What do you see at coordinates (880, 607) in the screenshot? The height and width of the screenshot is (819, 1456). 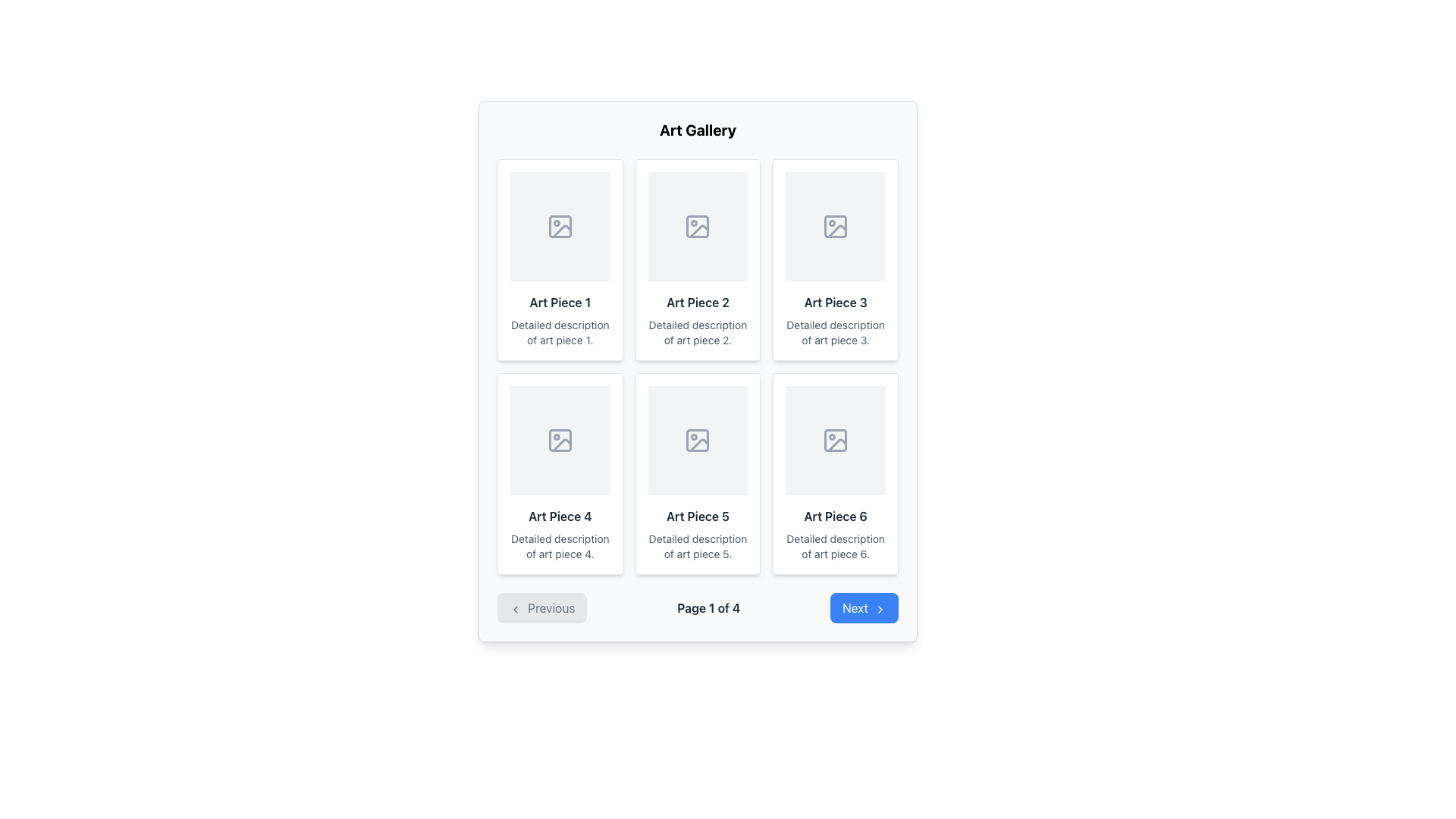 I see `the rightward-pointing chevron icon located inside the 'Next' button, positioned at the far-right side of the button's text` at bounding box center [880, 607].